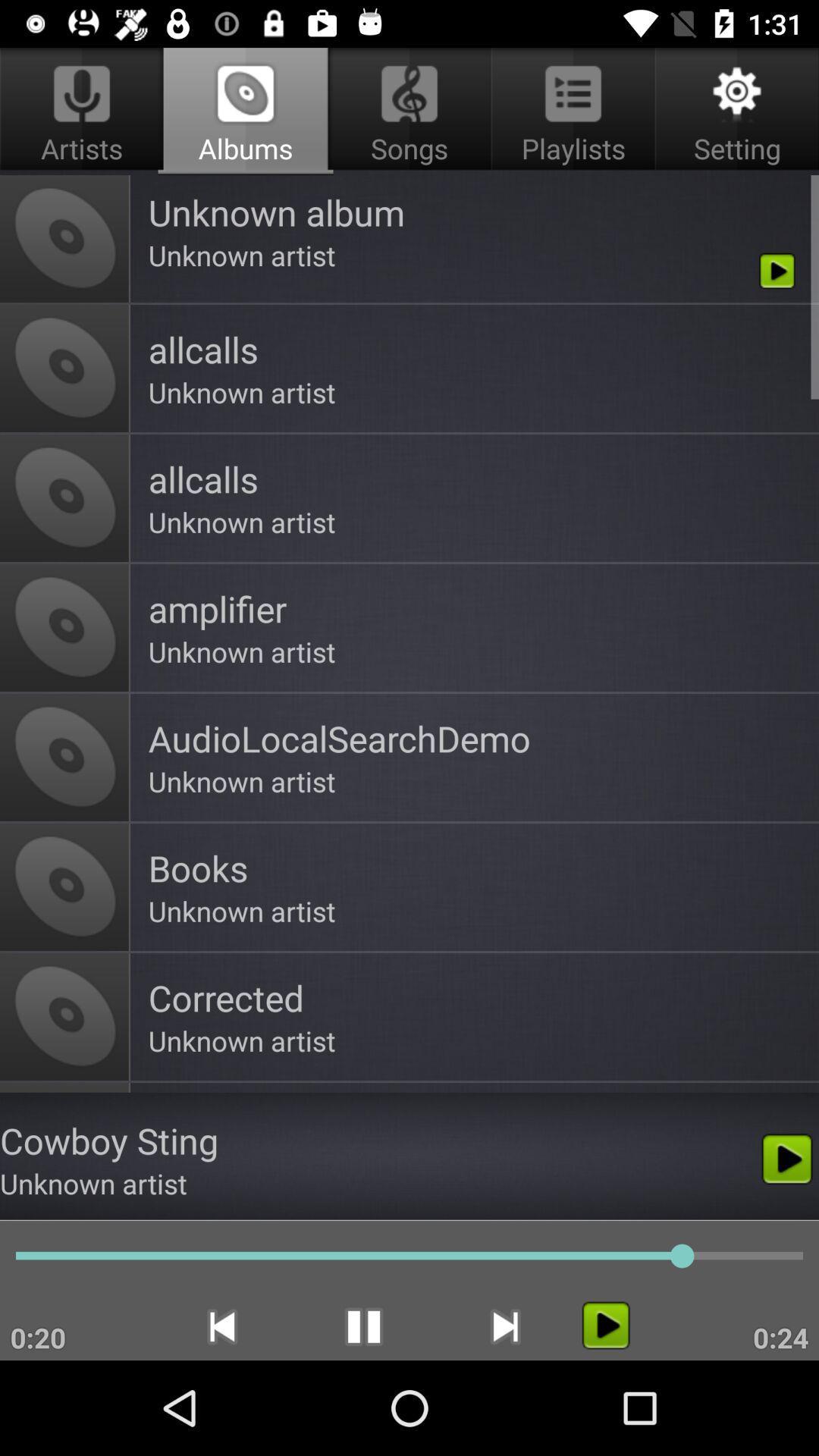  I want to click on the play icon, so click(605, 1324).